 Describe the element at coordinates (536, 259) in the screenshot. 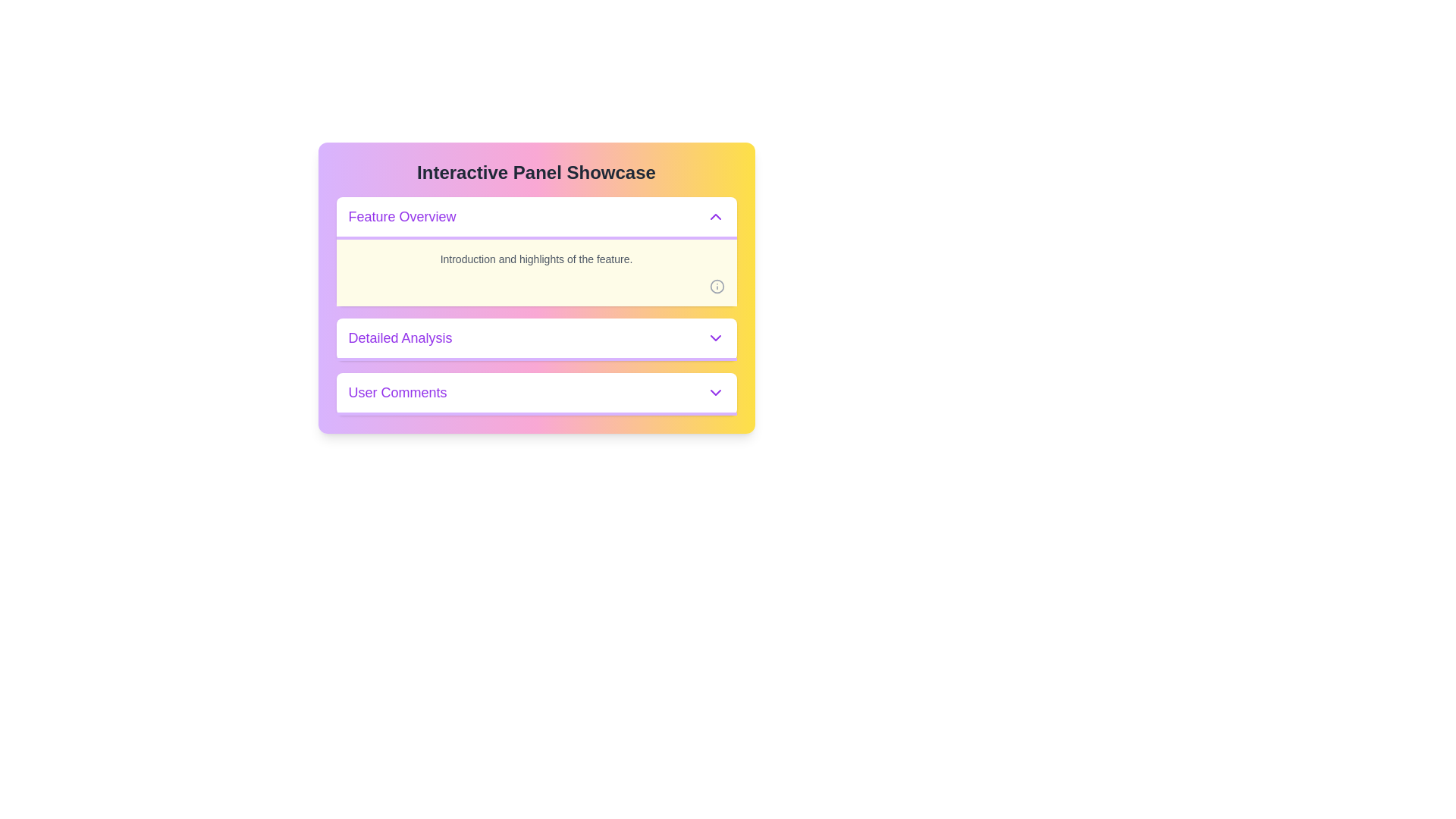

I see `the descriptive text block located just below the 'Feature Overview' header in a pale yellow box` at that location.